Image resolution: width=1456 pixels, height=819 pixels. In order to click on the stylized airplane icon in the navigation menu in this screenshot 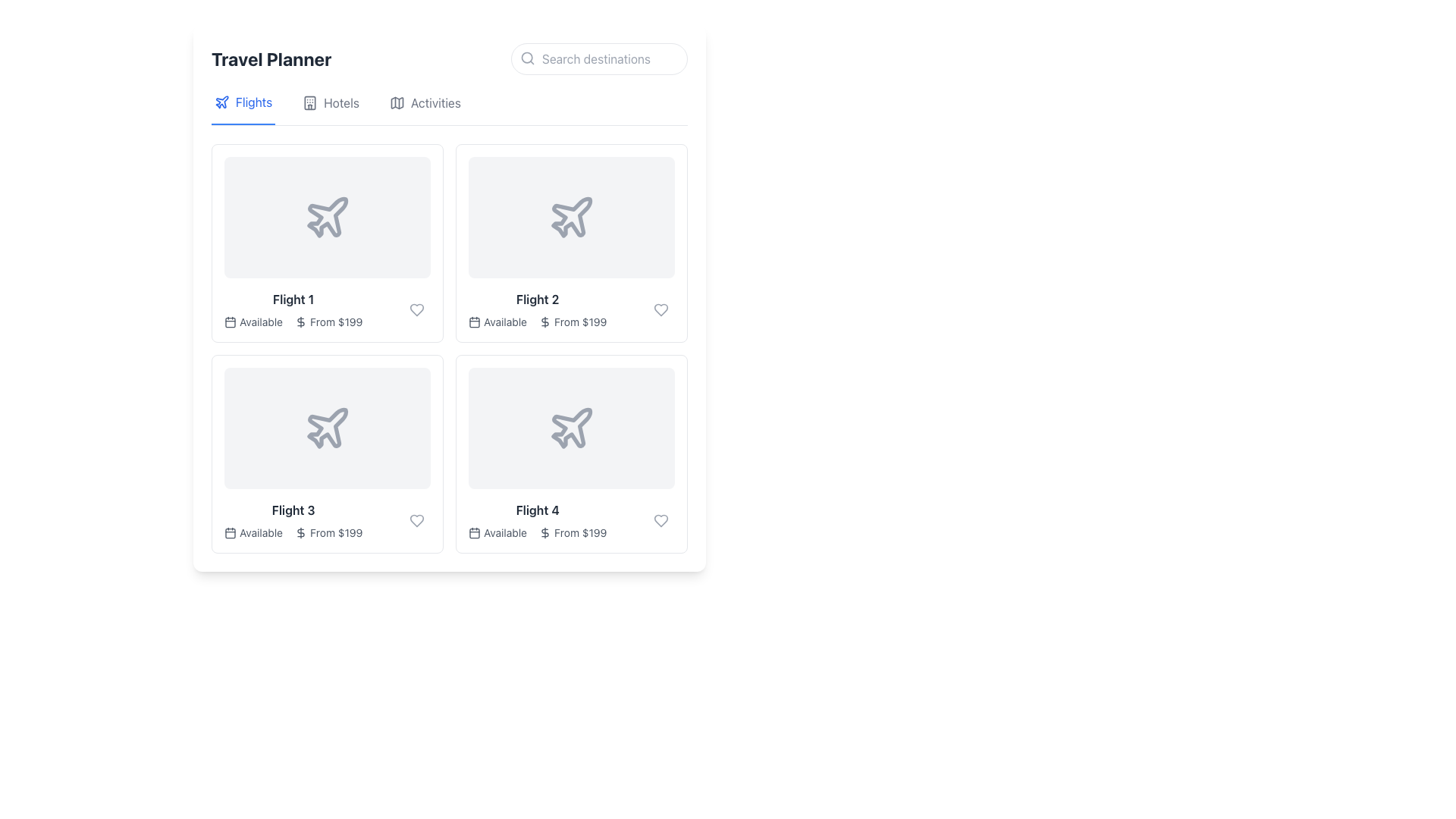, I will do `click(221, 102)`.